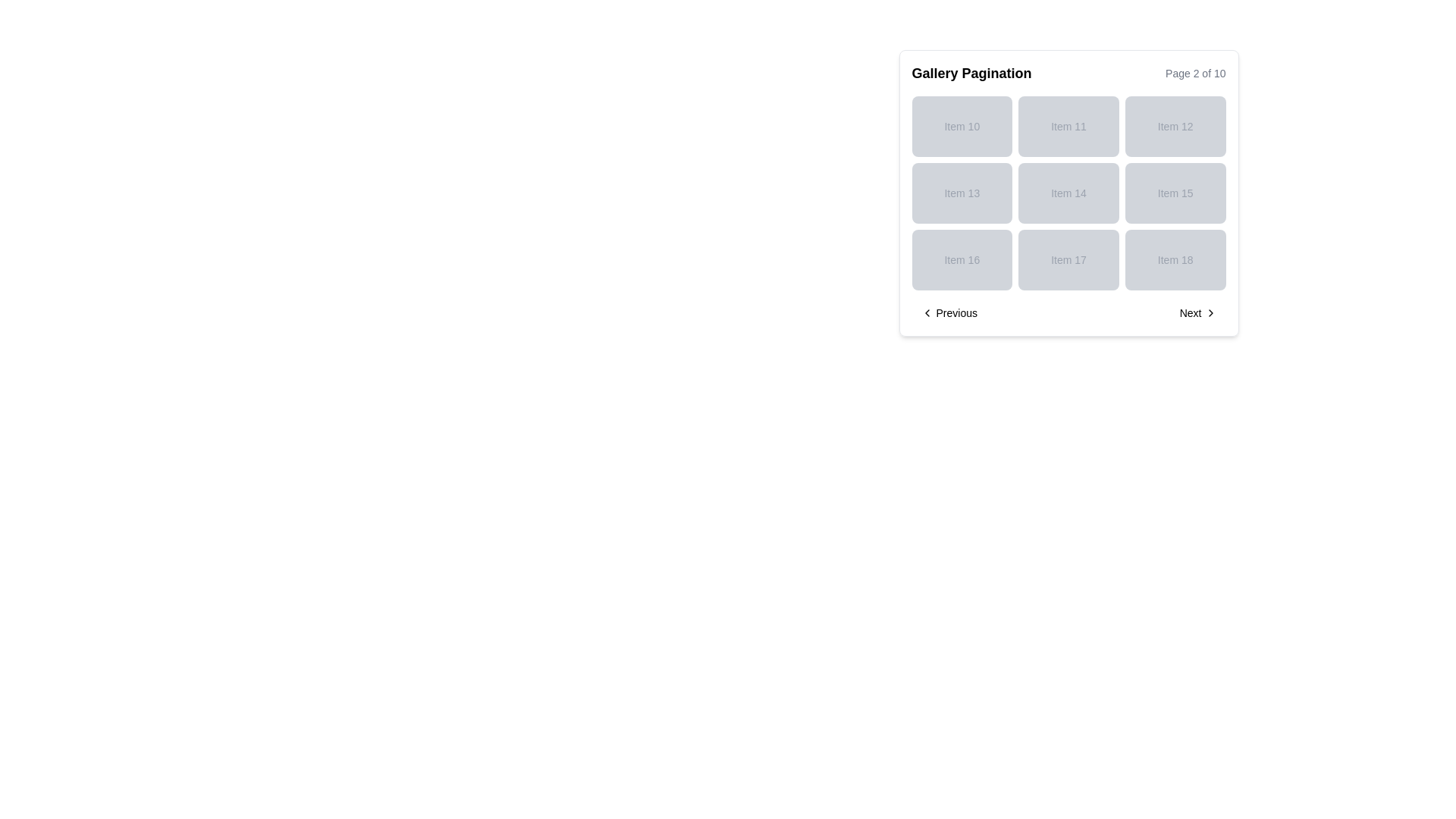 This screenshot has width=1456, height=819. Describe the element at coordinates (1068, 259) in the screenshot. I see `the static text element displaying 'Item 17' which is located in the third row and middle column of the grid` at that location.